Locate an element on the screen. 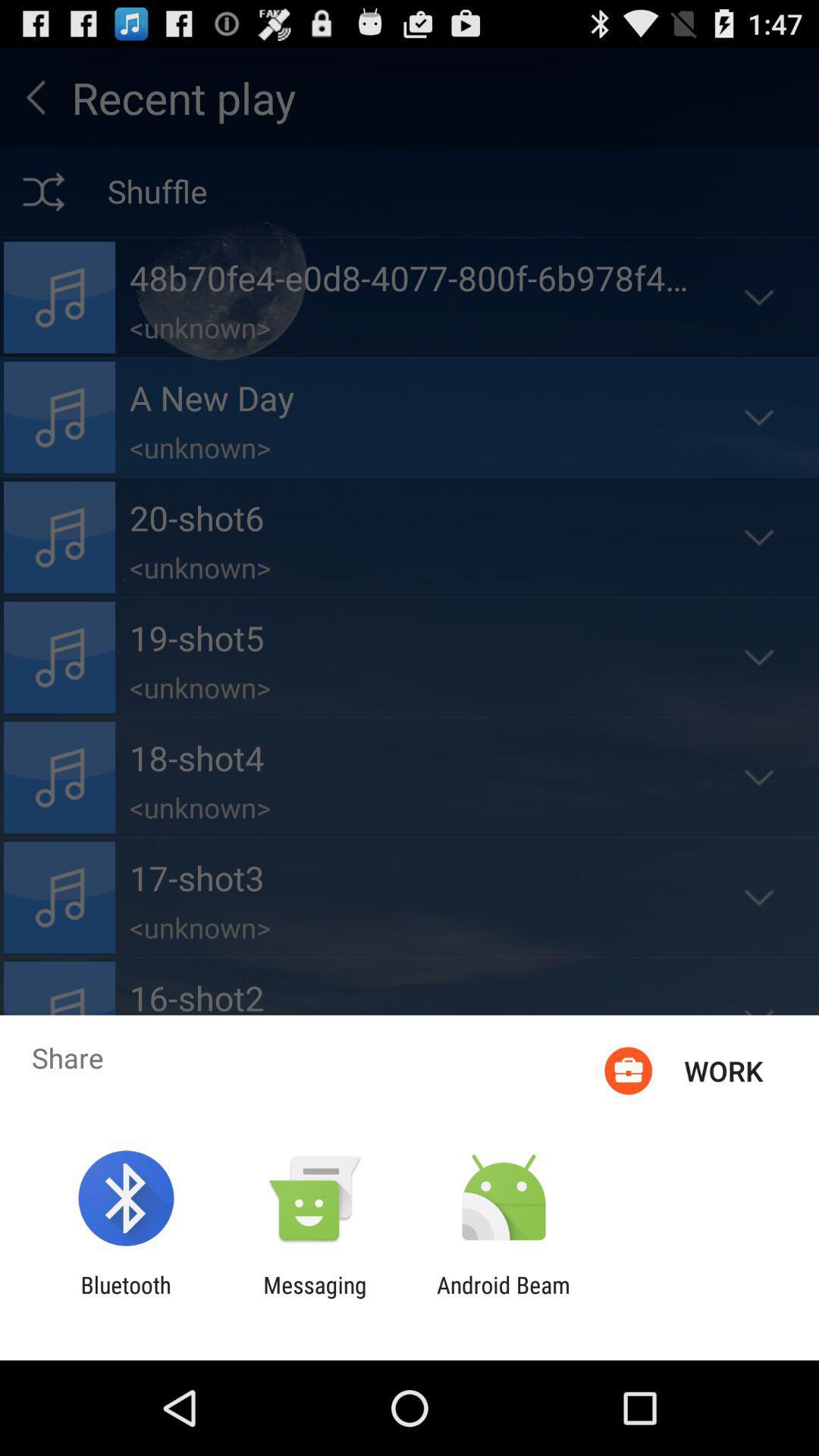 Image resolution: width=819 pixels, height=1456 pixels. app next to messaging item is located at coordinates (504, 1298).